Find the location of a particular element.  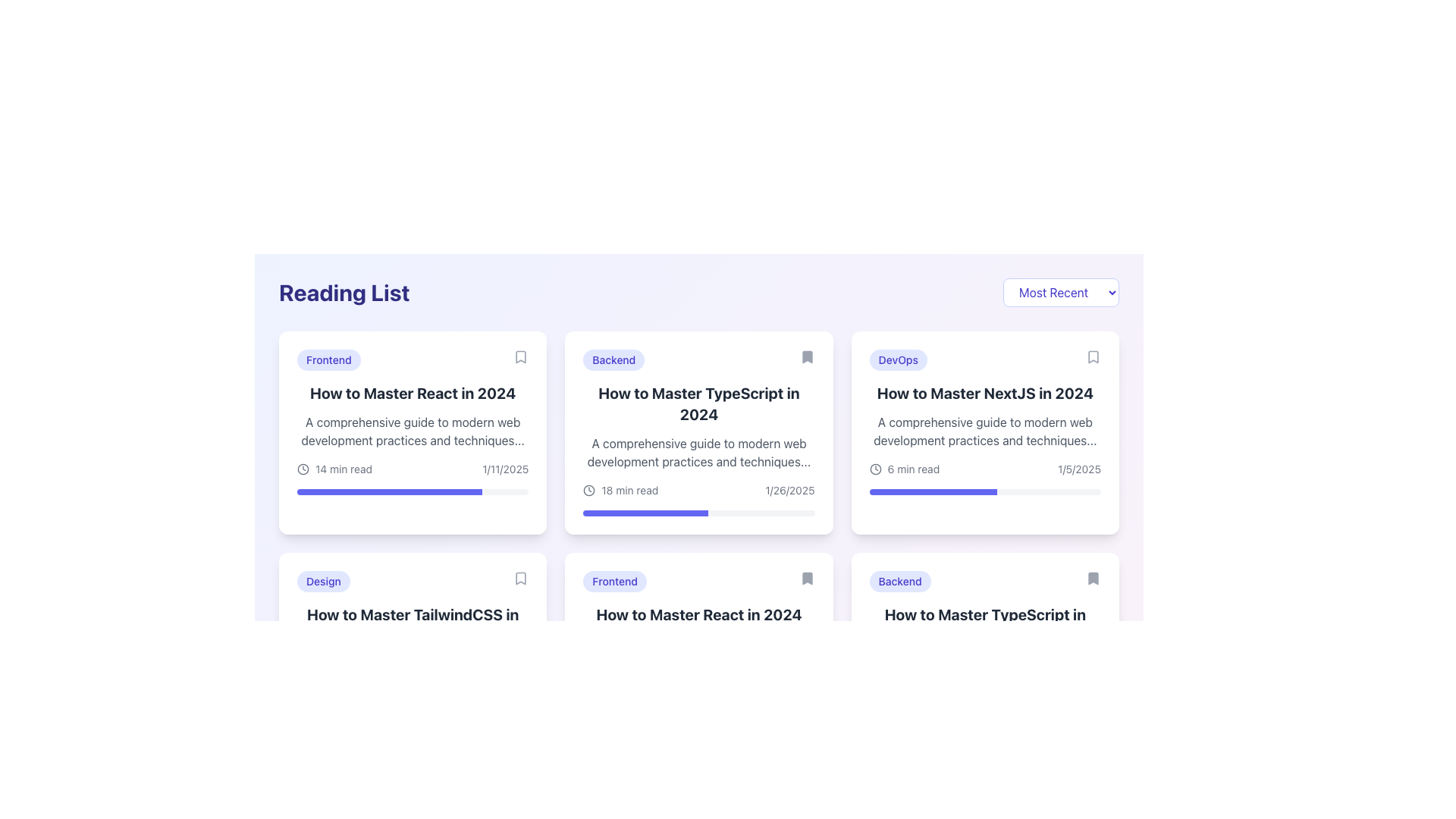

the tag label element with the text 'Backend', which is located in the bottom-right section of the interface, inside the card labeled 'How to Master TypeScript in 2024' is located at coordinates (900, 581).